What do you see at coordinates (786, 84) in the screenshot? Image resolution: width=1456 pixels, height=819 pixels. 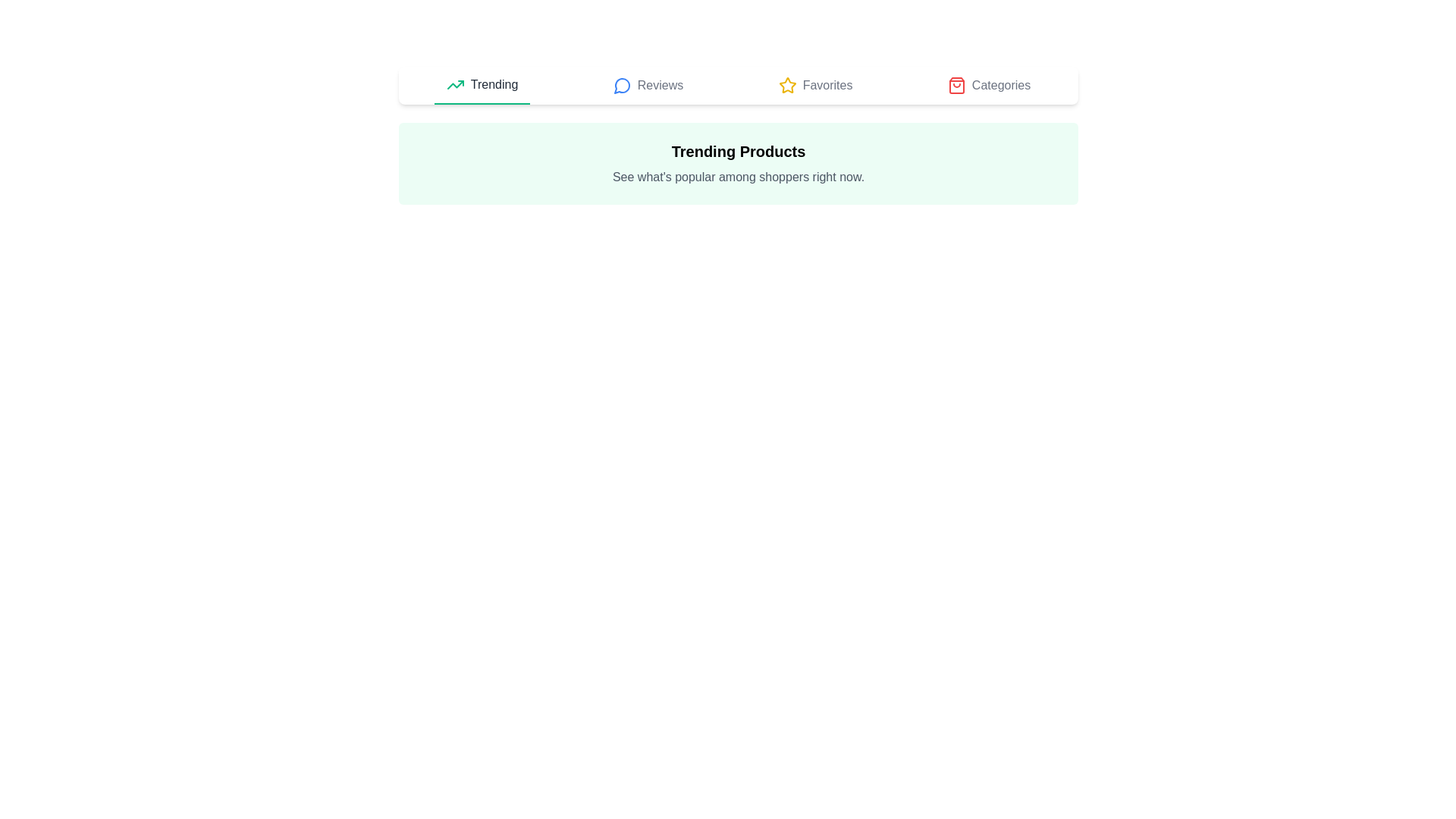 I see `the Favorites tab icon located at the top of the interface to associate it with the Favorites tab for contextual actions` at bounding box center [786, 84].